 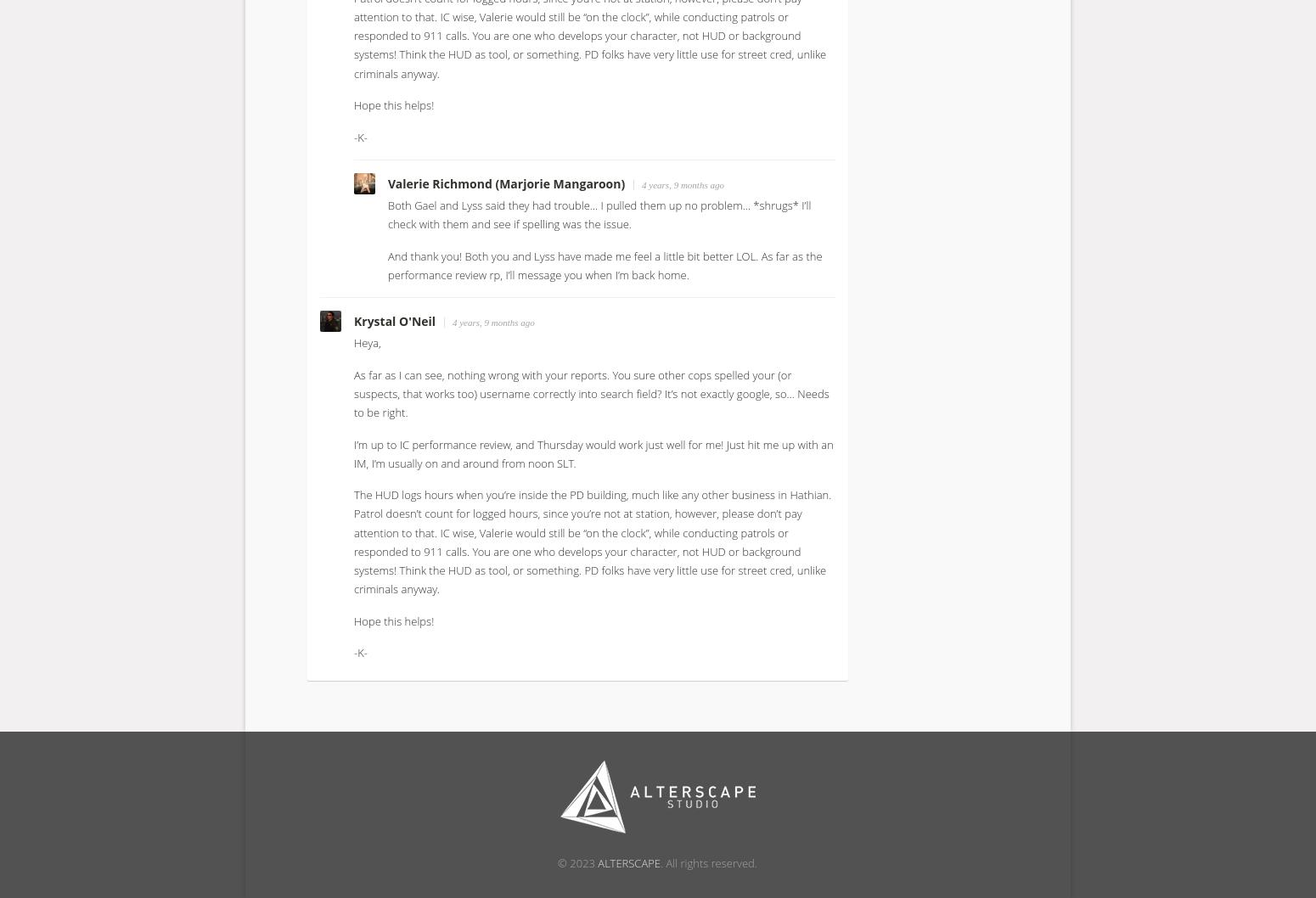 What do you see at coordinates (629, 861) in the screenshot?
I see `'ALTERSCAPE'` at bounding box center [629, 861].